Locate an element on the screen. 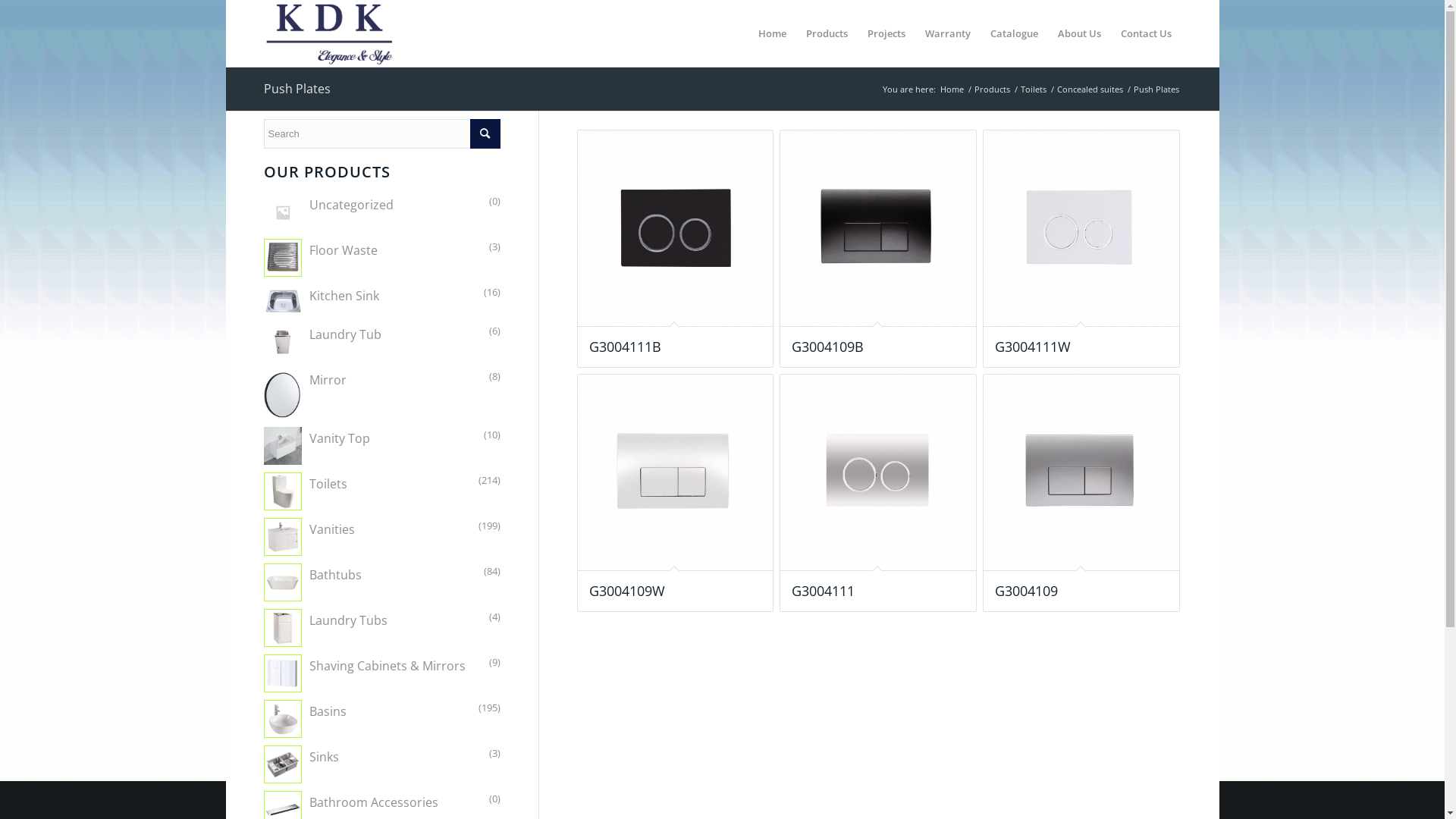 The height and width of the screenshot is (819, 1456). 'Shaving Cabinets & Mirrors' is located at coordinates (283, 672).